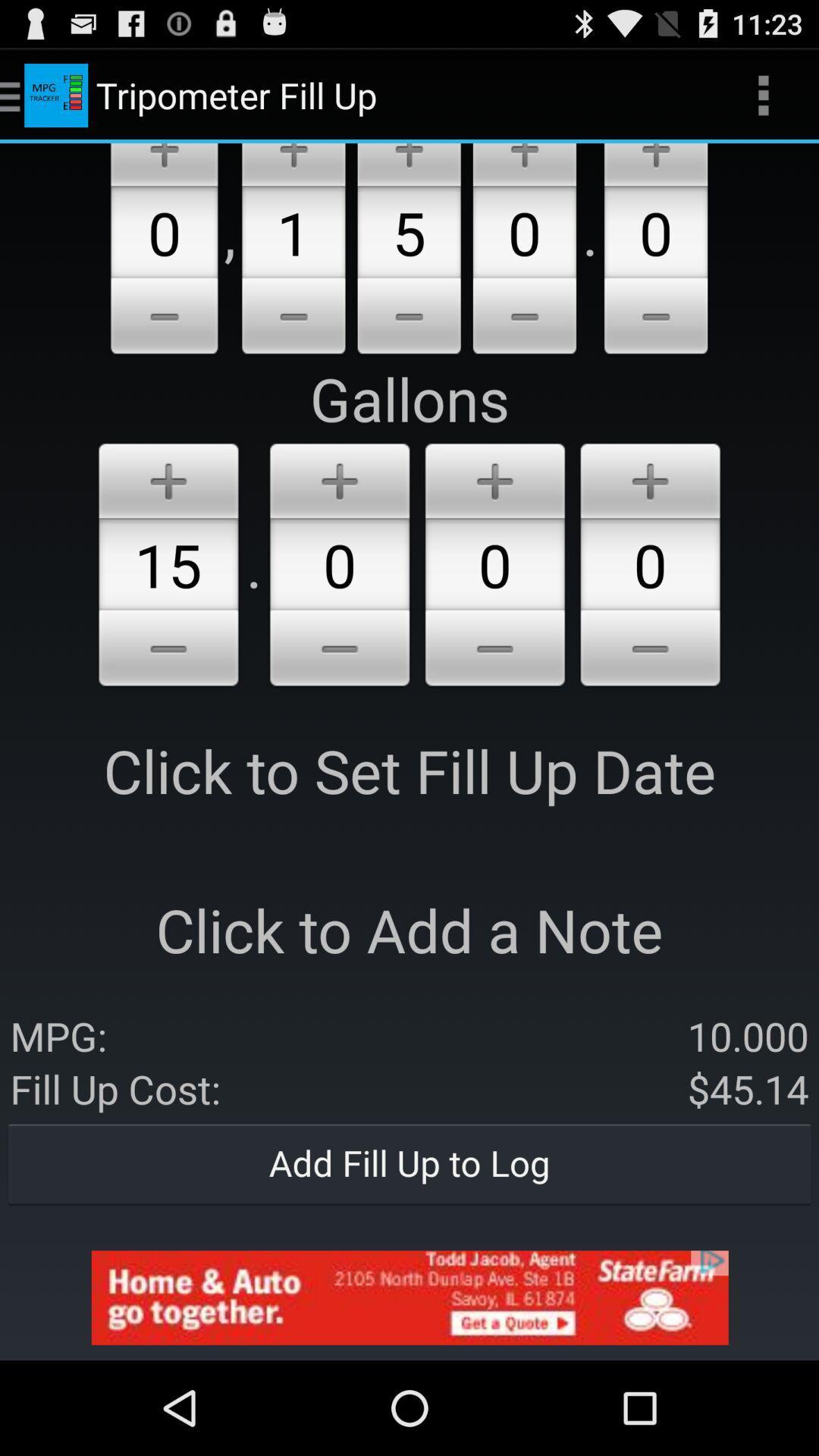 Image resolution: width=819 pixels, height=1456 pixels. I want to click on number button, so click(339, 477).